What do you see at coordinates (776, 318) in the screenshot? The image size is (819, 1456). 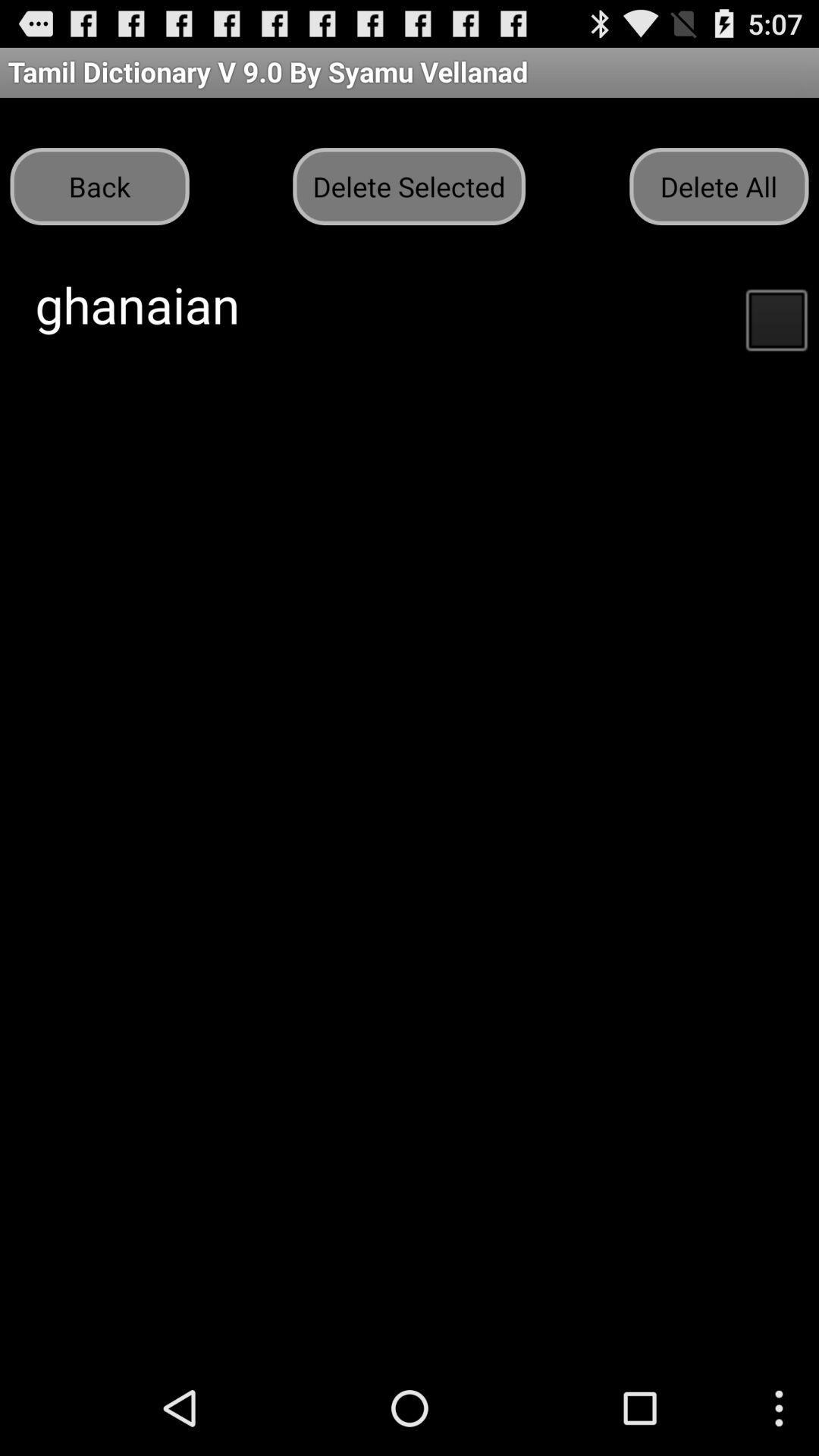 I see `the icon to the right of ghanaian icon` at bounding box center [776, 318].